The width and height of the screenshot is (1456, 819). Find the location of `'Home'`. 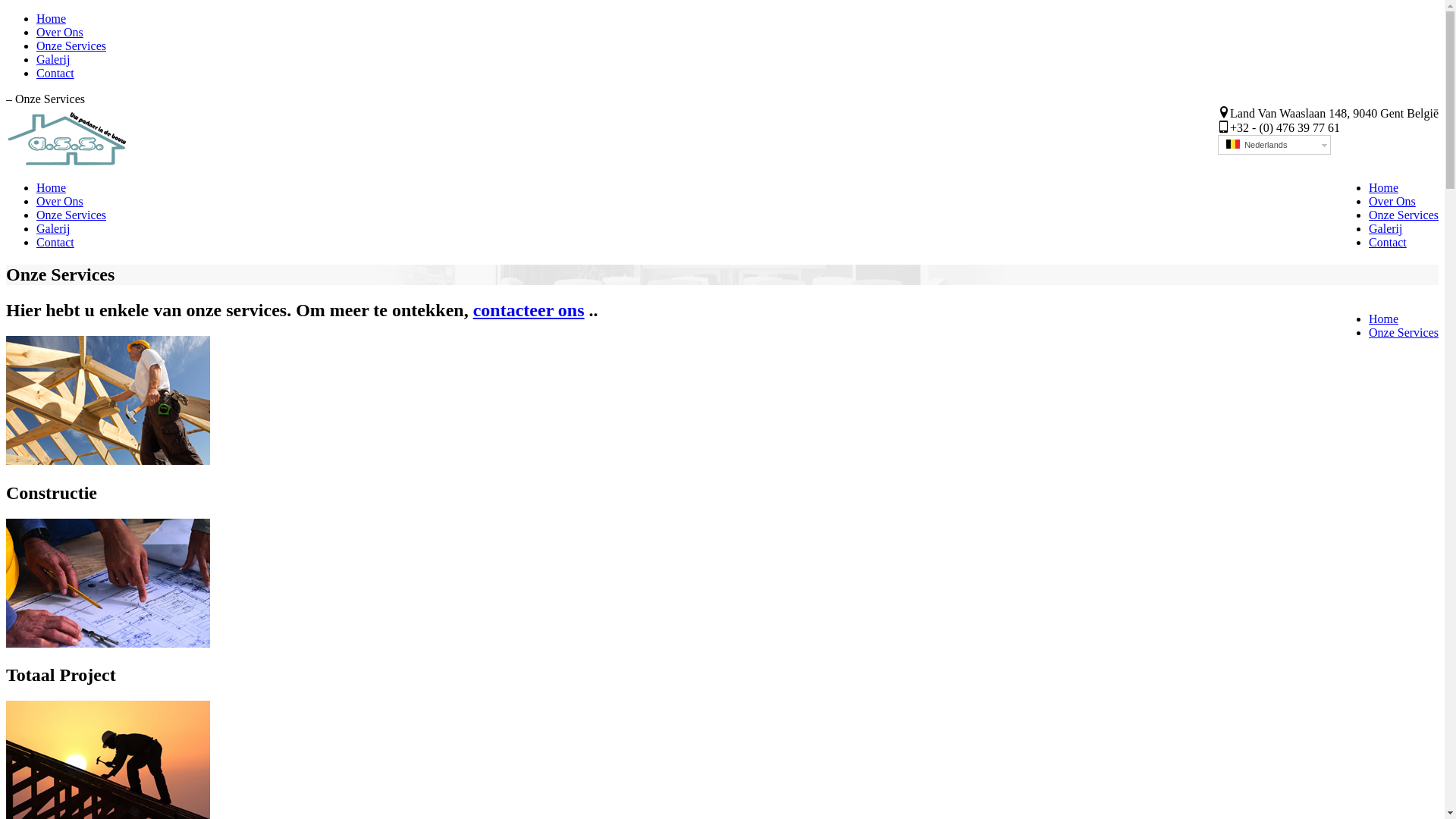

'Home' is located at coordinates (51, 187).